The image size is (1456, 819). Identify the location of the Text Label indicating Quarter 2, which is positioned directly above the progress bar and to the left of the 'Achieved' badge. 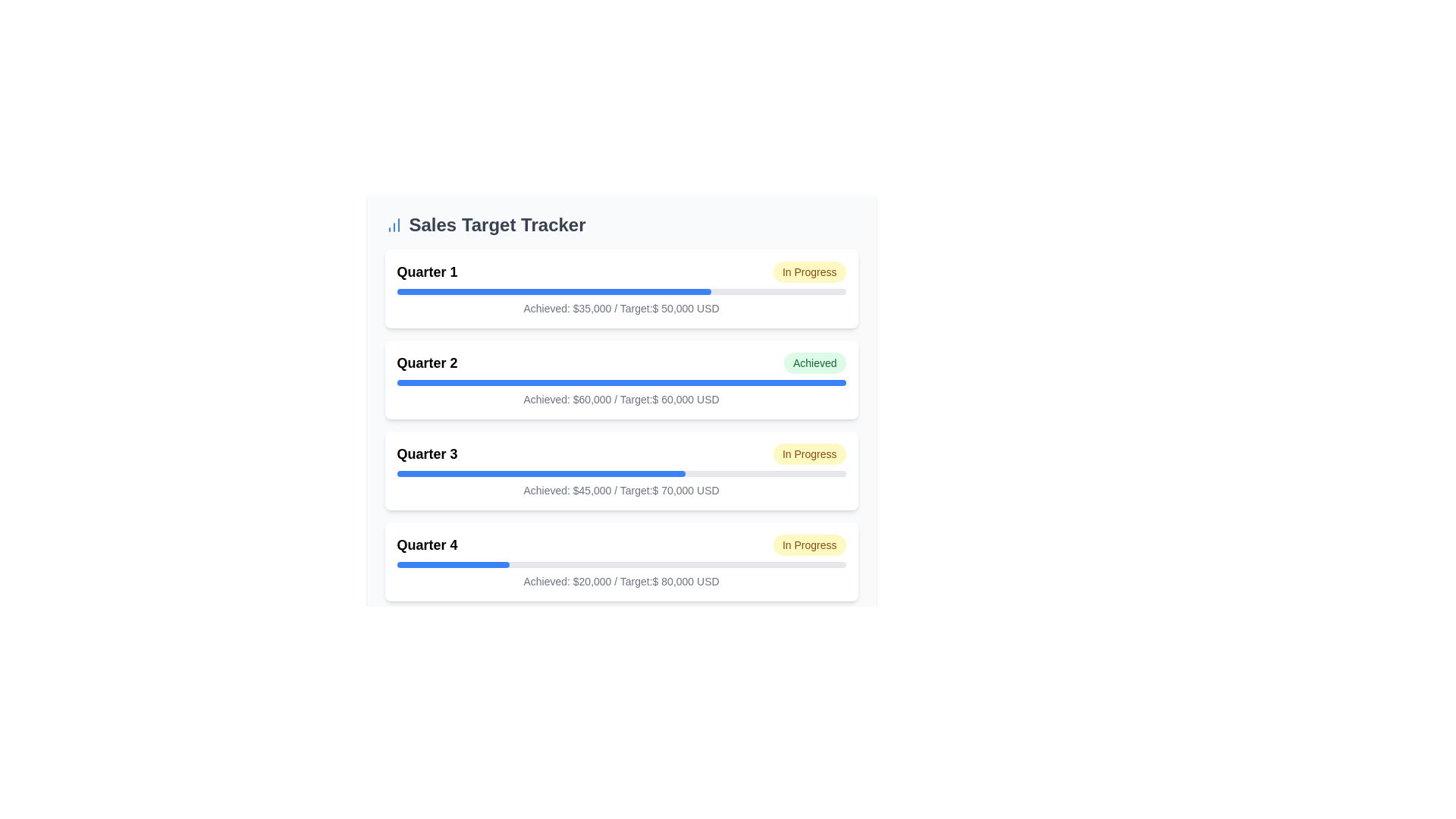
(426, 362).